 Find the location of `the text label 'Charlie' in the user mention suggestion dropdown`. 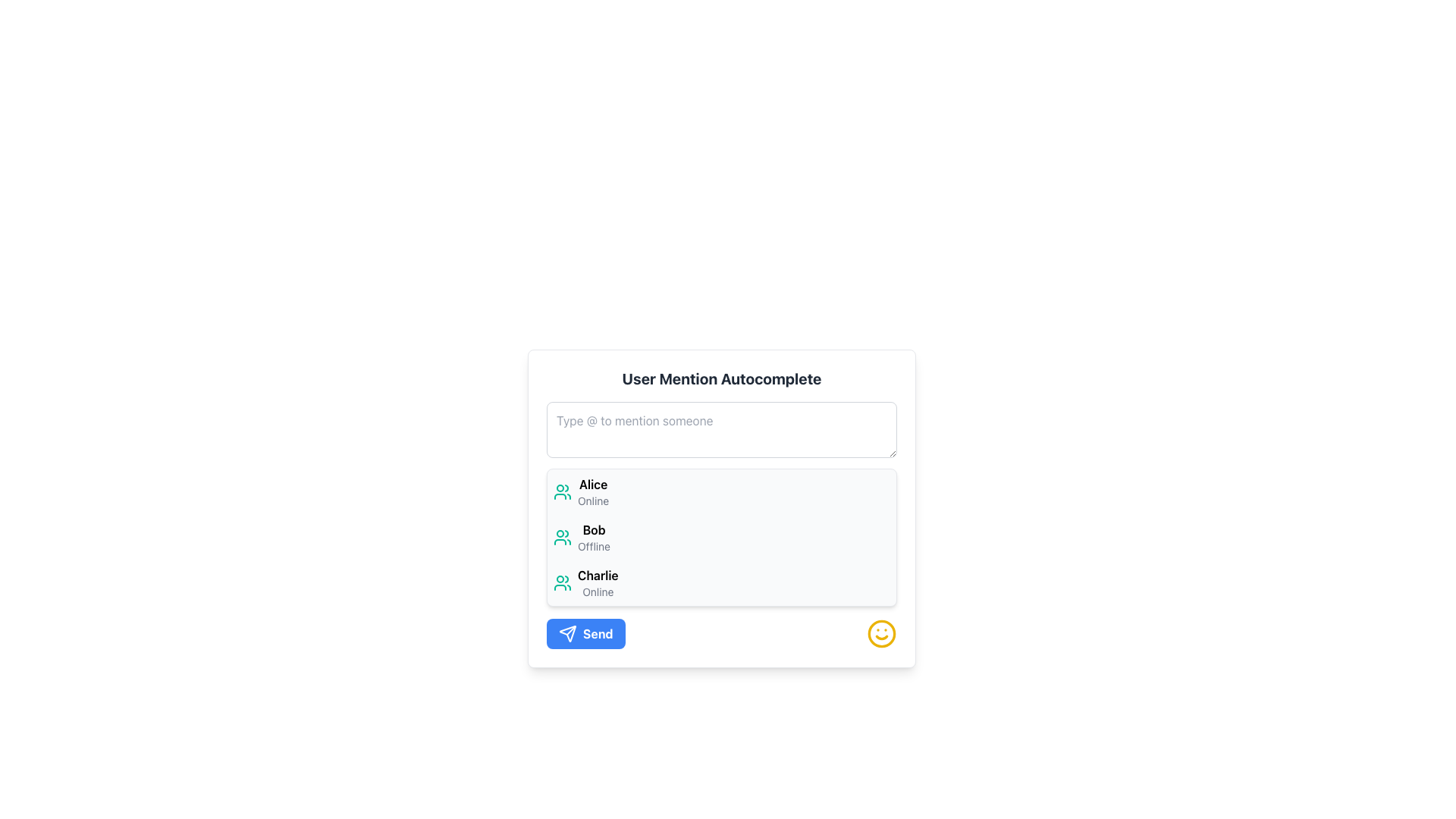

the text label 'Charlie' in the user mention suggestion dropdown is located at coordinates (597, 576).